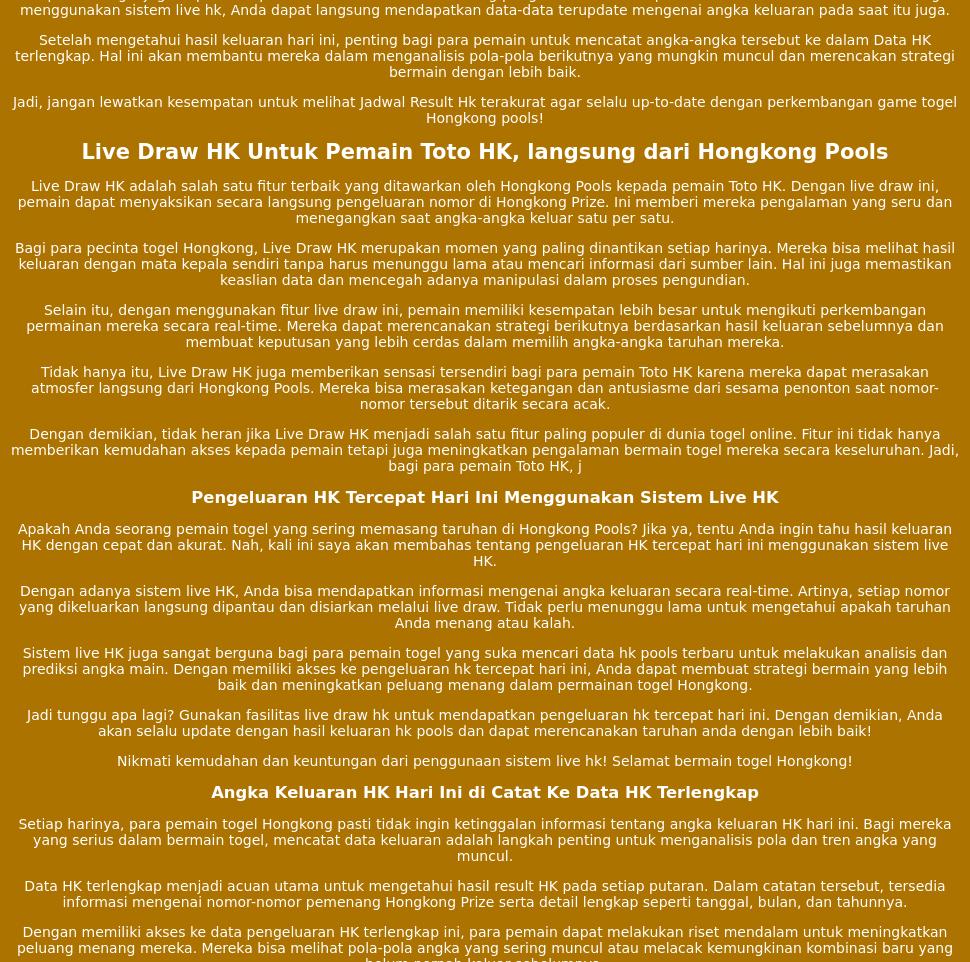 The image size is (970, 962). I want to click on 'Bagi para pecinta togel Hongkong, Live Draw HK merupakan momen yang paling dinantikan setiap harinya. Mereka bisa melihat hasil keluaran dengan mata kepala sendiri tanpa harus menunggu lama atau mencari informasi dari sumber lain. Hal ini juga memastikan keaslian data dan mencegah adanya manipulasi dalam proses pengundian.', so click(483, 263).